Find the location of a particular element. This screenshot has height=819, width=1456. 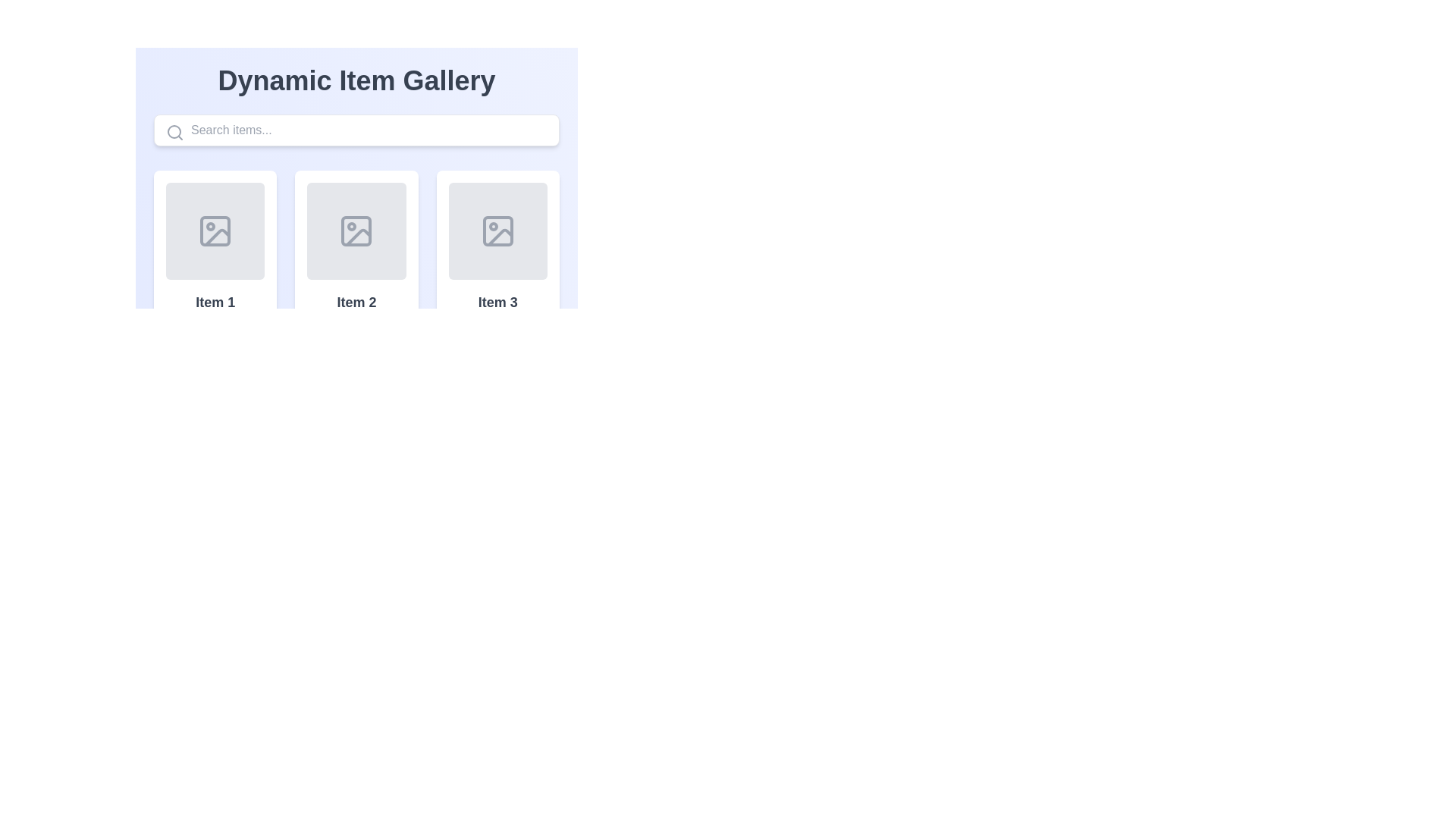

properties of the small SVG rectangle element located within the first item in the gallery, which is centered below the 'Dynamic Item Gallery' title is located at coordinates (215, 231).